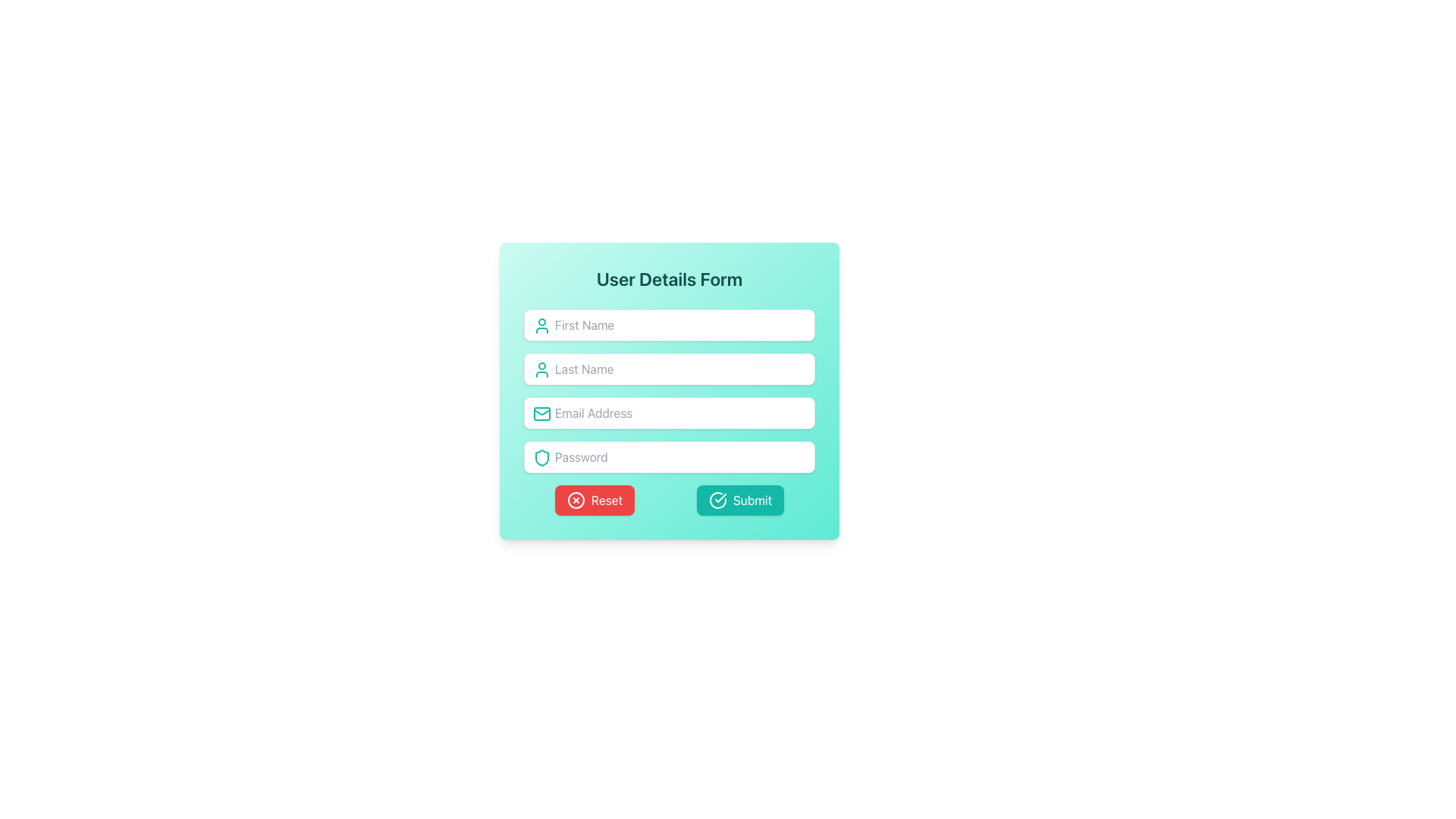  I want to click on the Decorative Icon indicating the Last Name input field, which is positioned to the left and slightly above the placeholder text, so click(542, 370).